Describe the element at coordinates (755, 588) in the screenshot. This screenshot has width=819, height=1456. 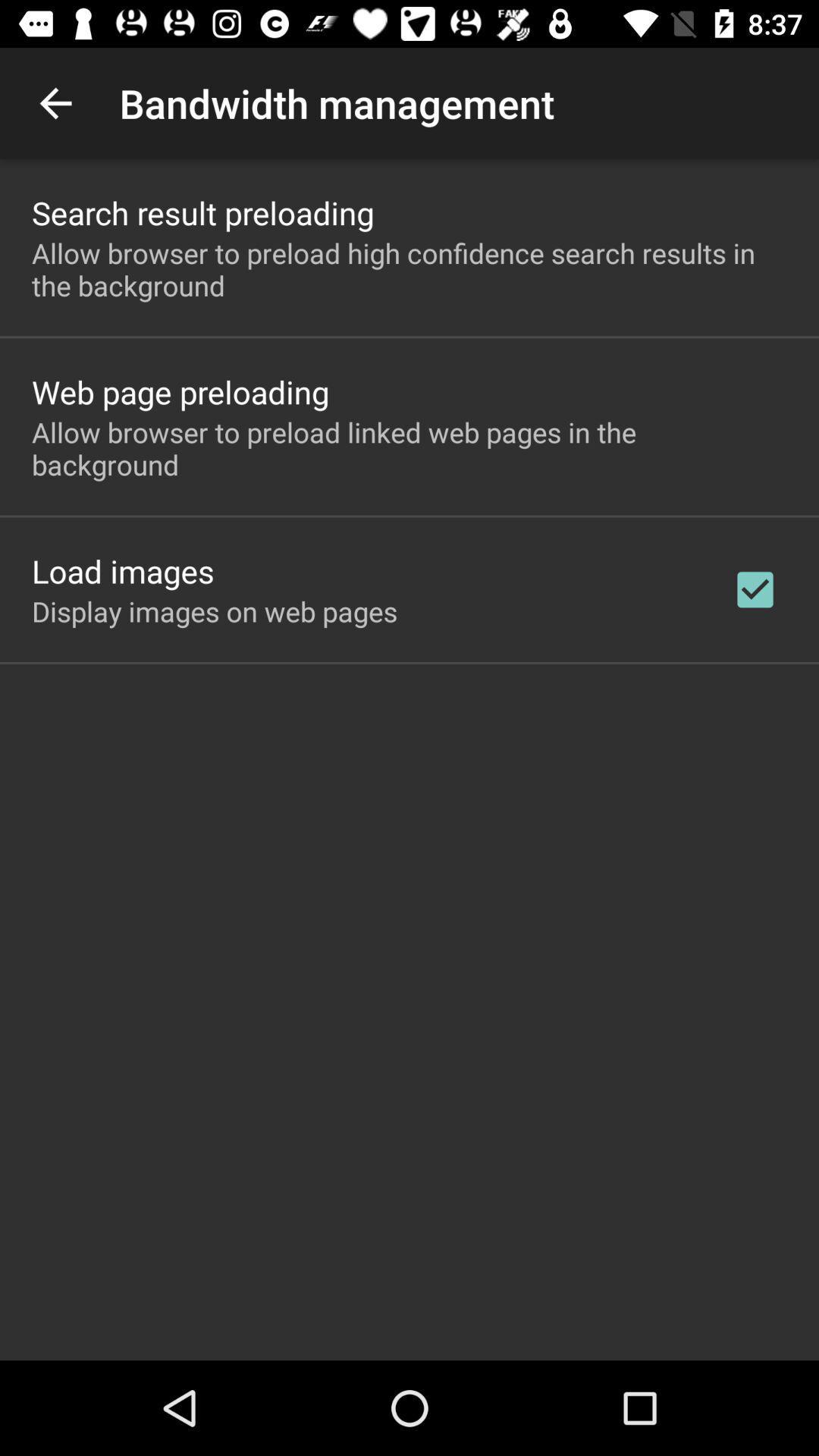
I see `checkbox on the right` at that location.